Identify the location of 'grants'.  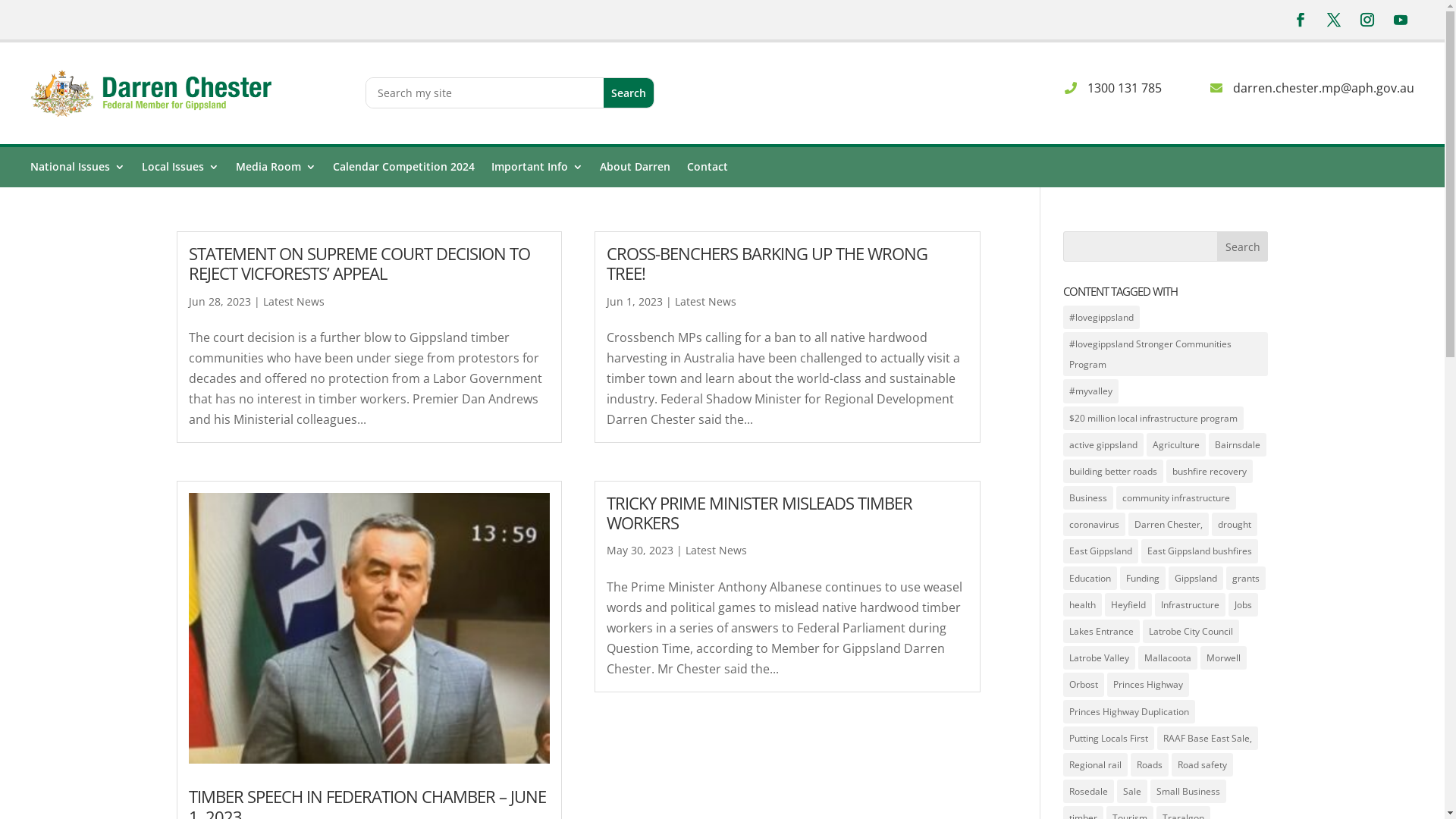
(1245, 578).